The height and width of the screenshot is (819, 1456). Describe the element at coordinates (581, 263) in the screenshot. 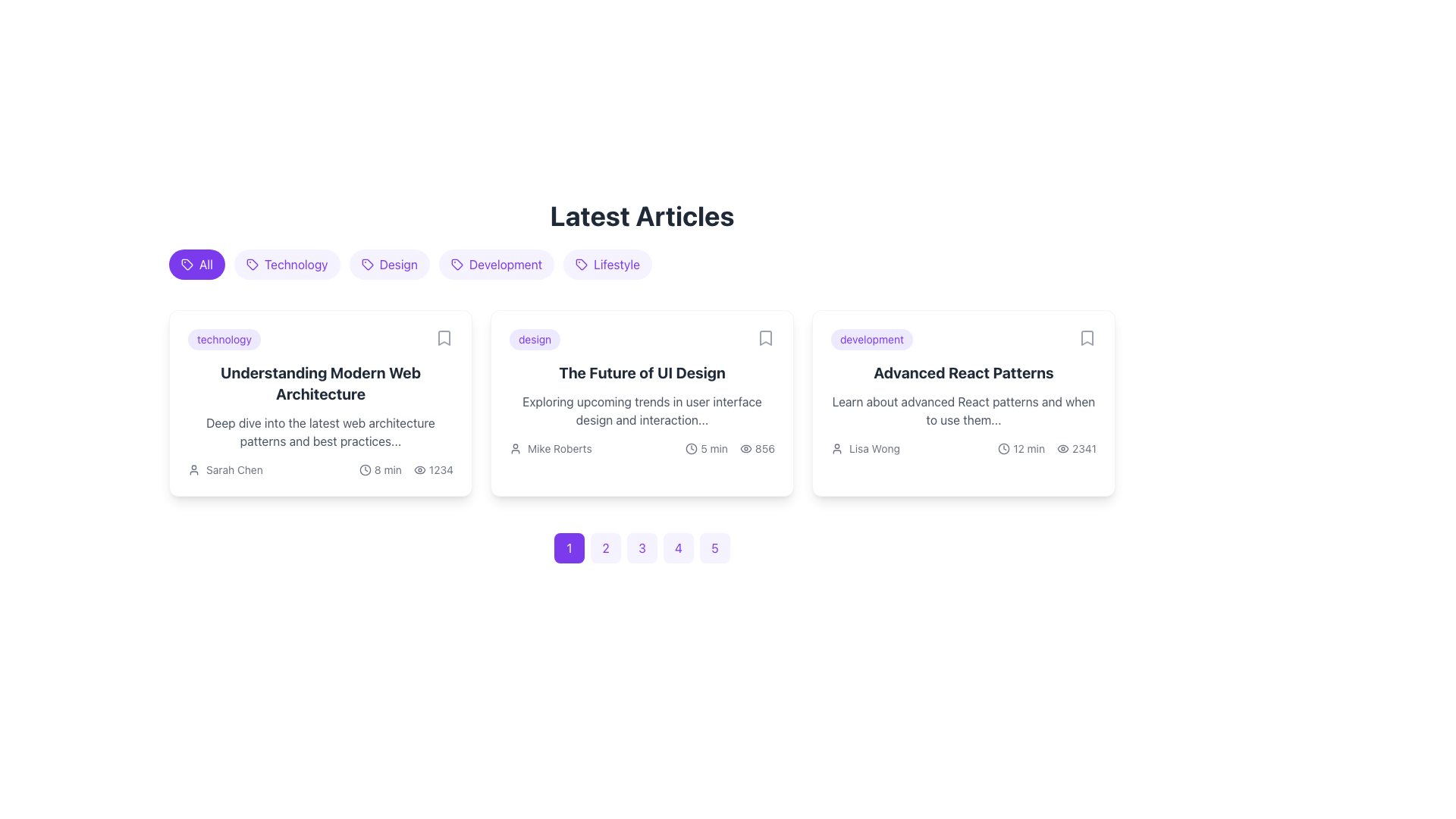

I see `the small, minimalist tag-like icon with a purple outline located to the left of the 'lifestyle' label in the category tags menu under 'Latest Articles'` at that location.